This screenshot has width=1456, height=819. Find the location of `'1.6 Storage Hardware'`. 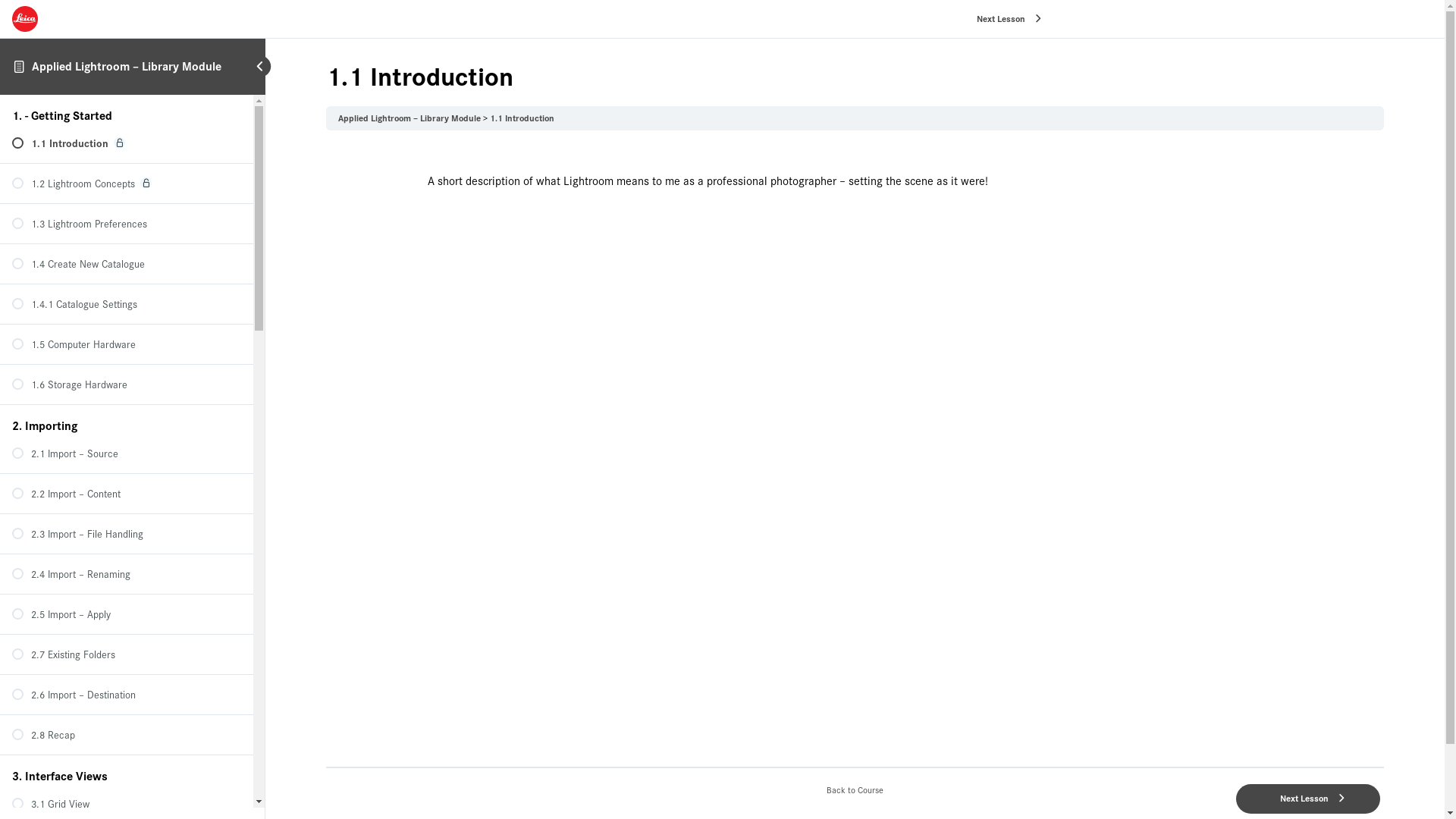

'1.6 Storage Hardware' is located at coordinates (127, 383).